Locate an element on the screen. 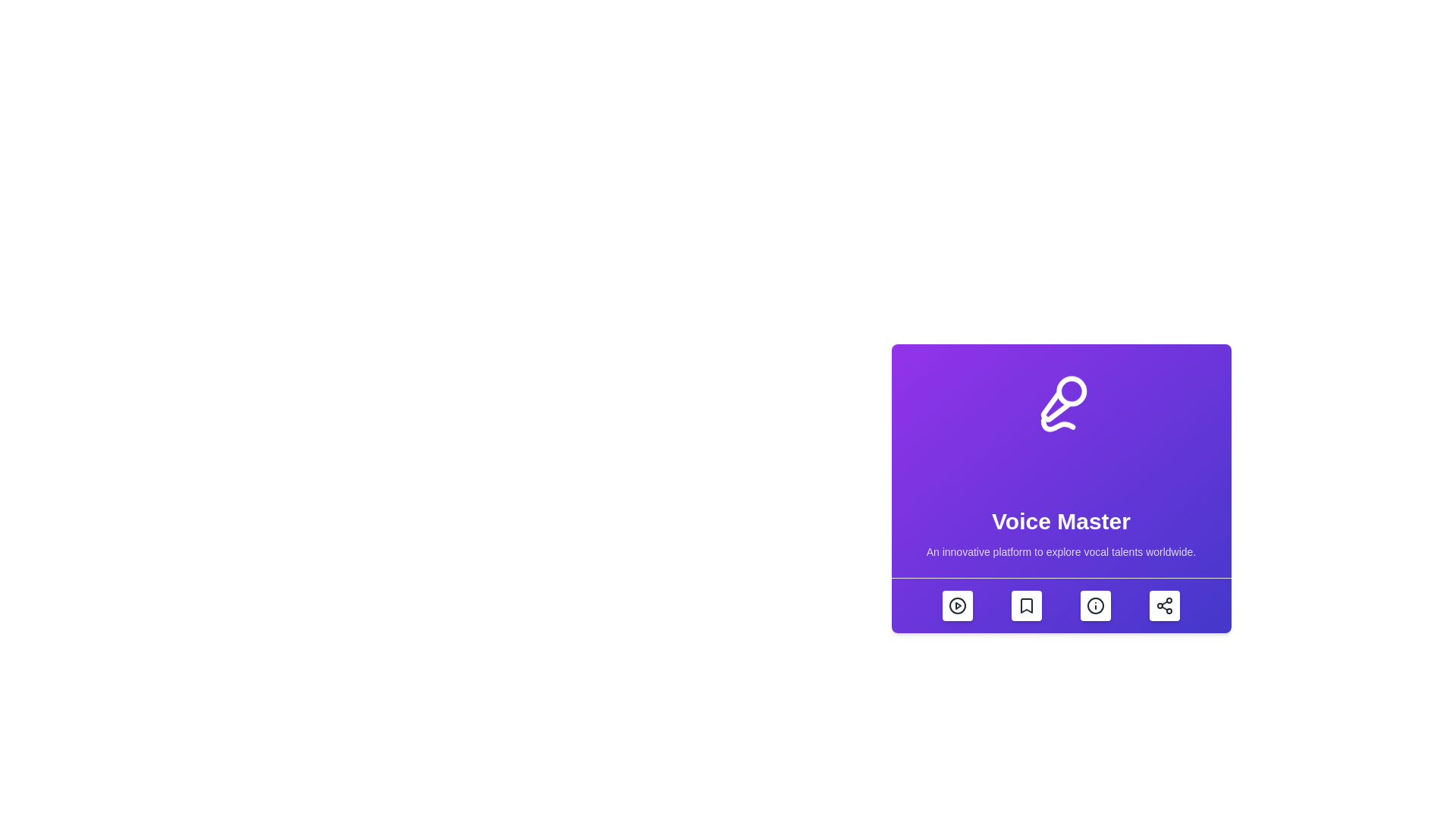 The image size is (1456, 819). the Toolbar or action bar located at the bottom of the 'Voice Master' card is located at coordinates (1060, 604).